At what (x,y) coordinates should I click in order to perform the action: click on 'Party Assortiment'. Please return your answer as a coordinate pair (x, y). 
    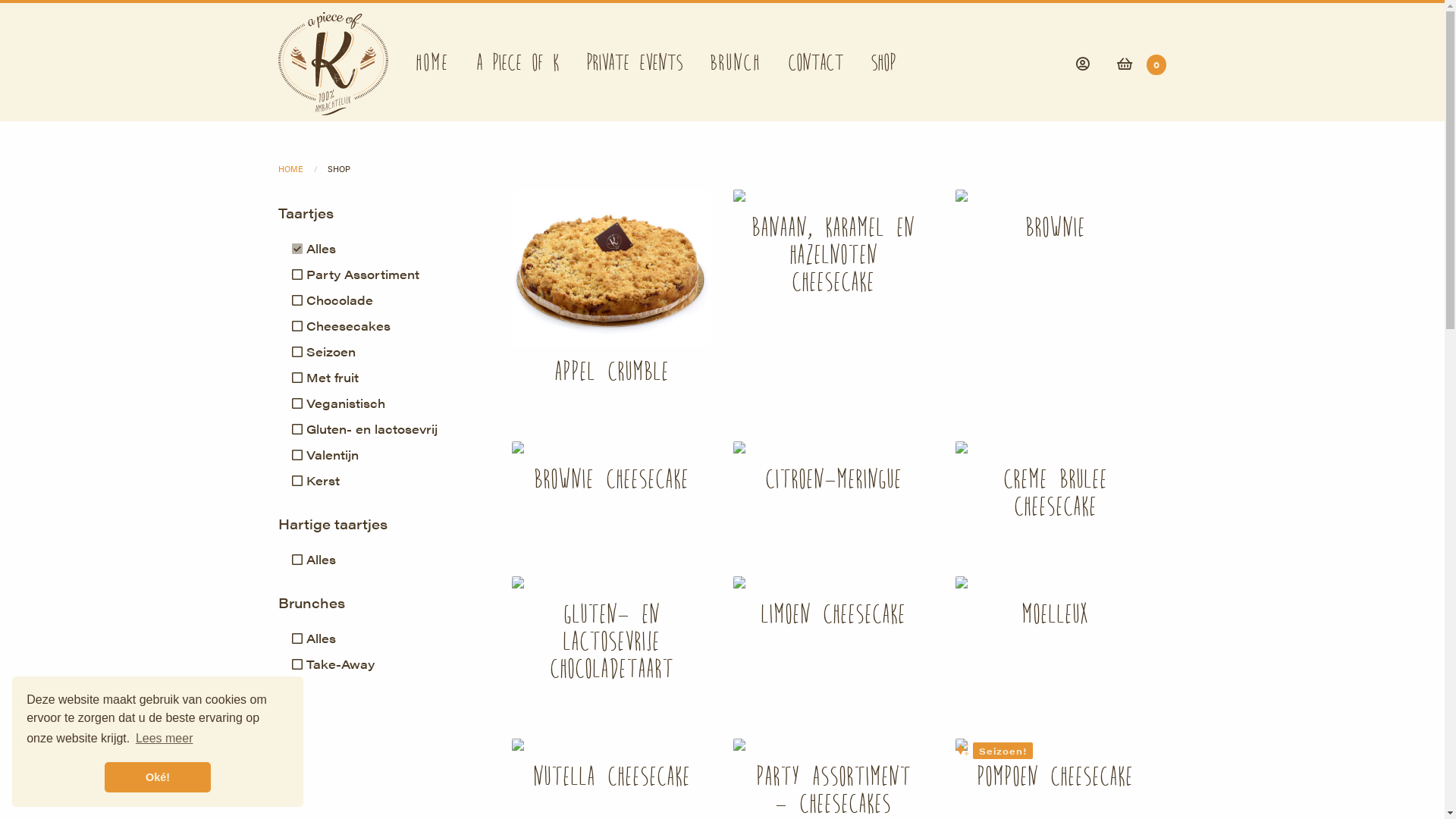
    Looking at the image, I should click on (278, 275).